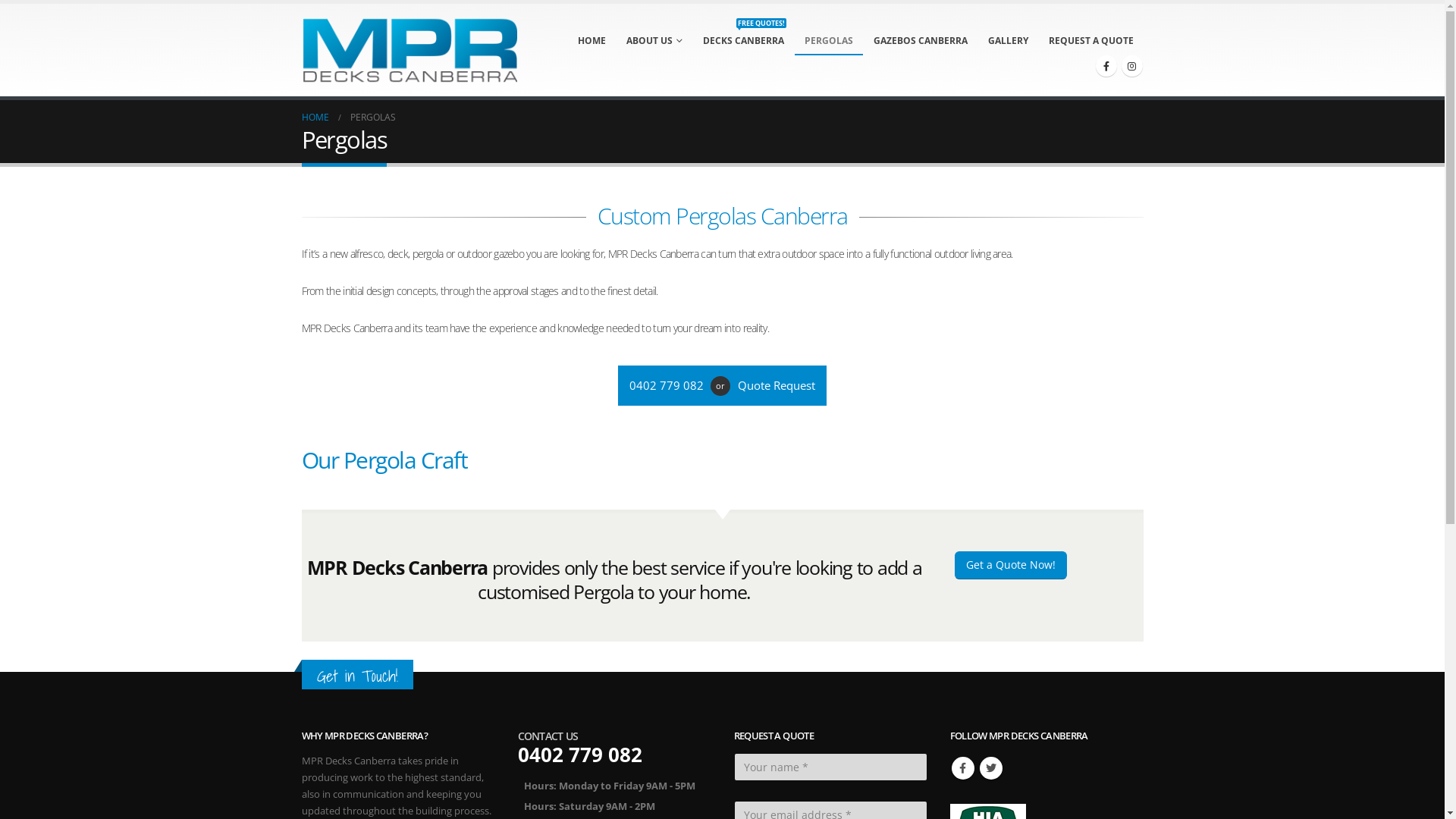 This screenshot has width=1456, height=819. I want to click on 'PERGOLAS', so click(828, 39).